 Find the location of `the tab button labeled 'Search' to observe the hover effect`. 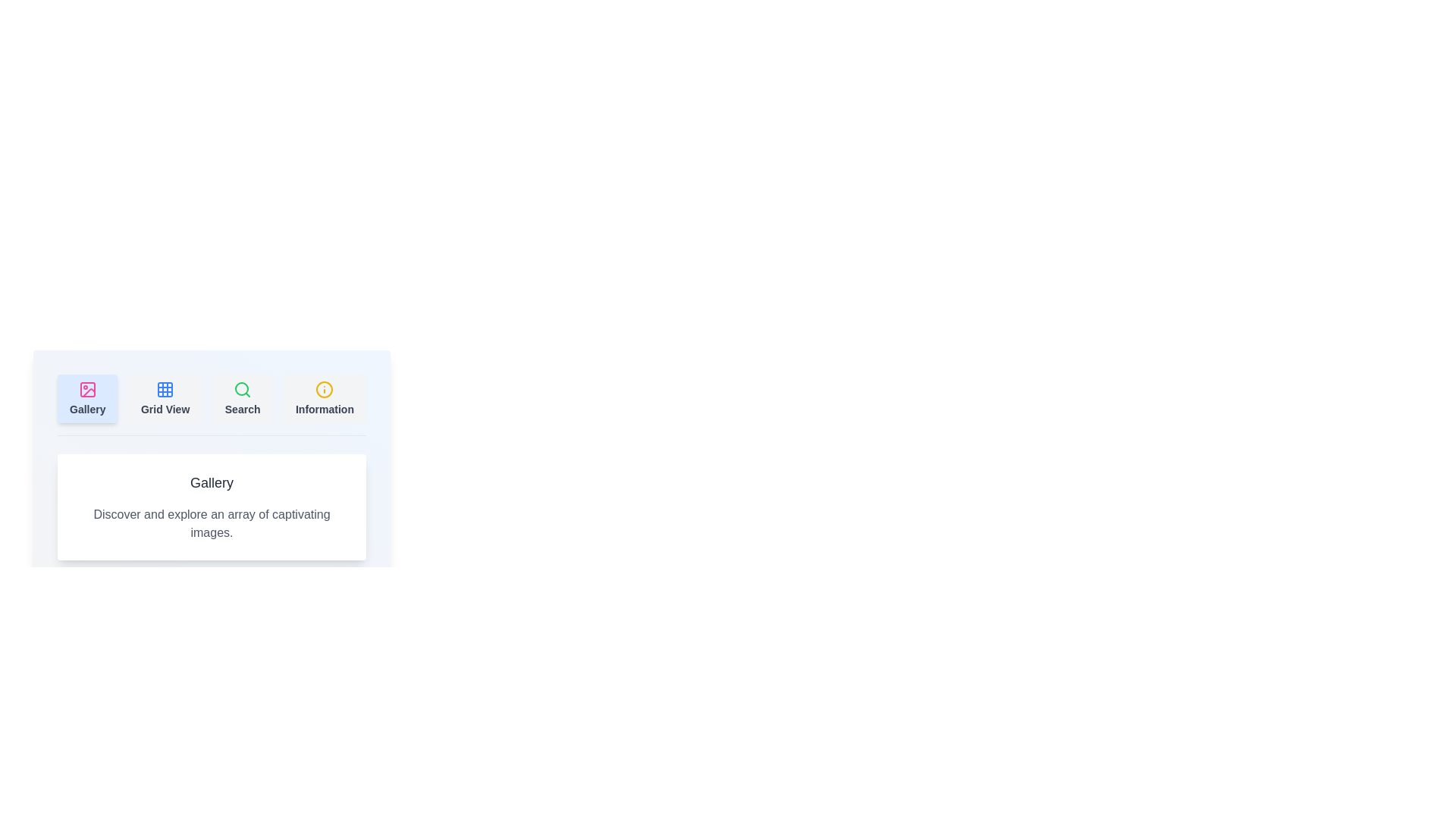

the tab button labeled 'Search' to observe the hover effect is located at coordinates (243, 397).